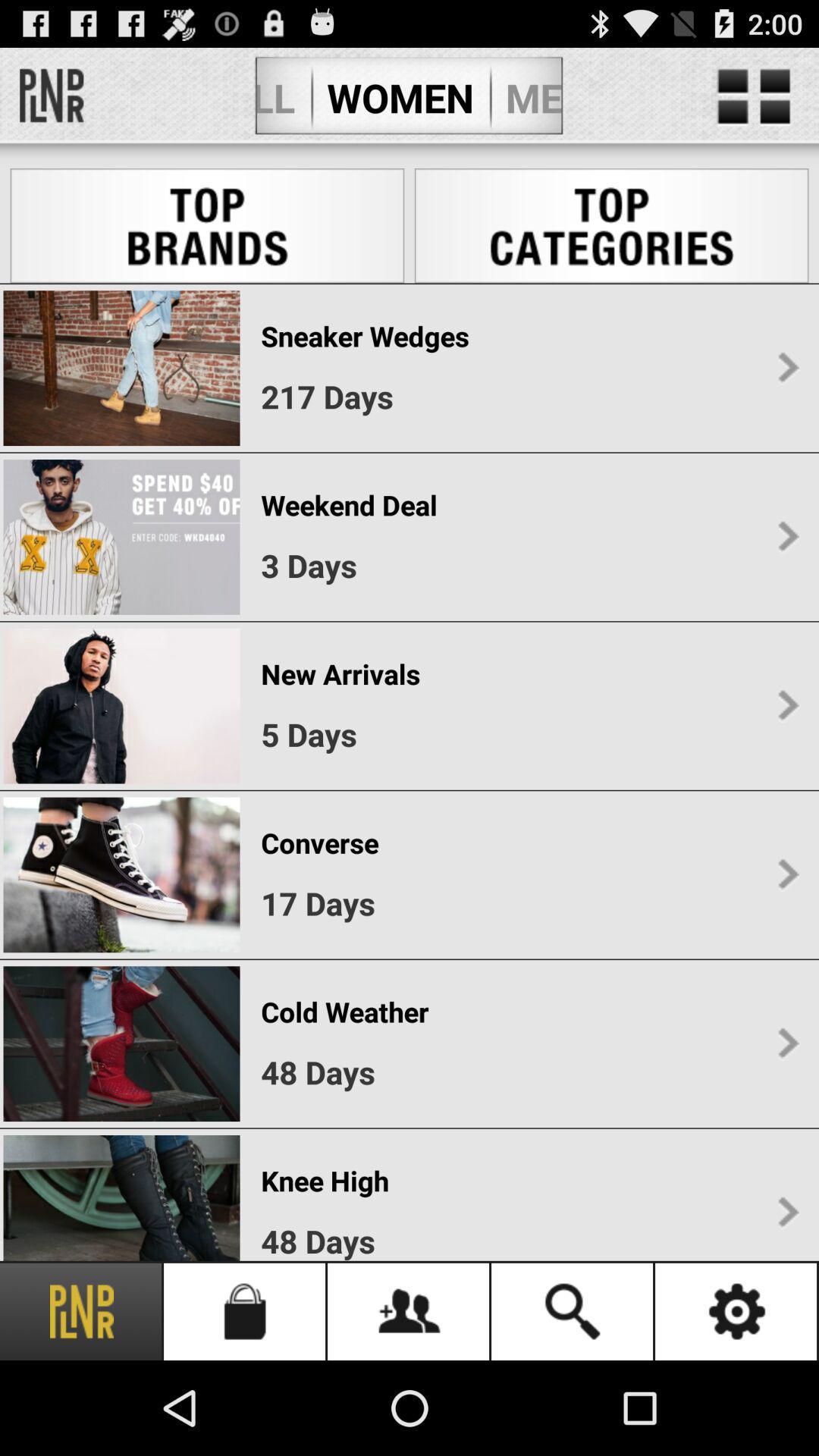 The image size is (819, 1456). Describe the element at coordinates (787, 1212) in the screenshot. I see `the right arrow above the settings icon` at that location.